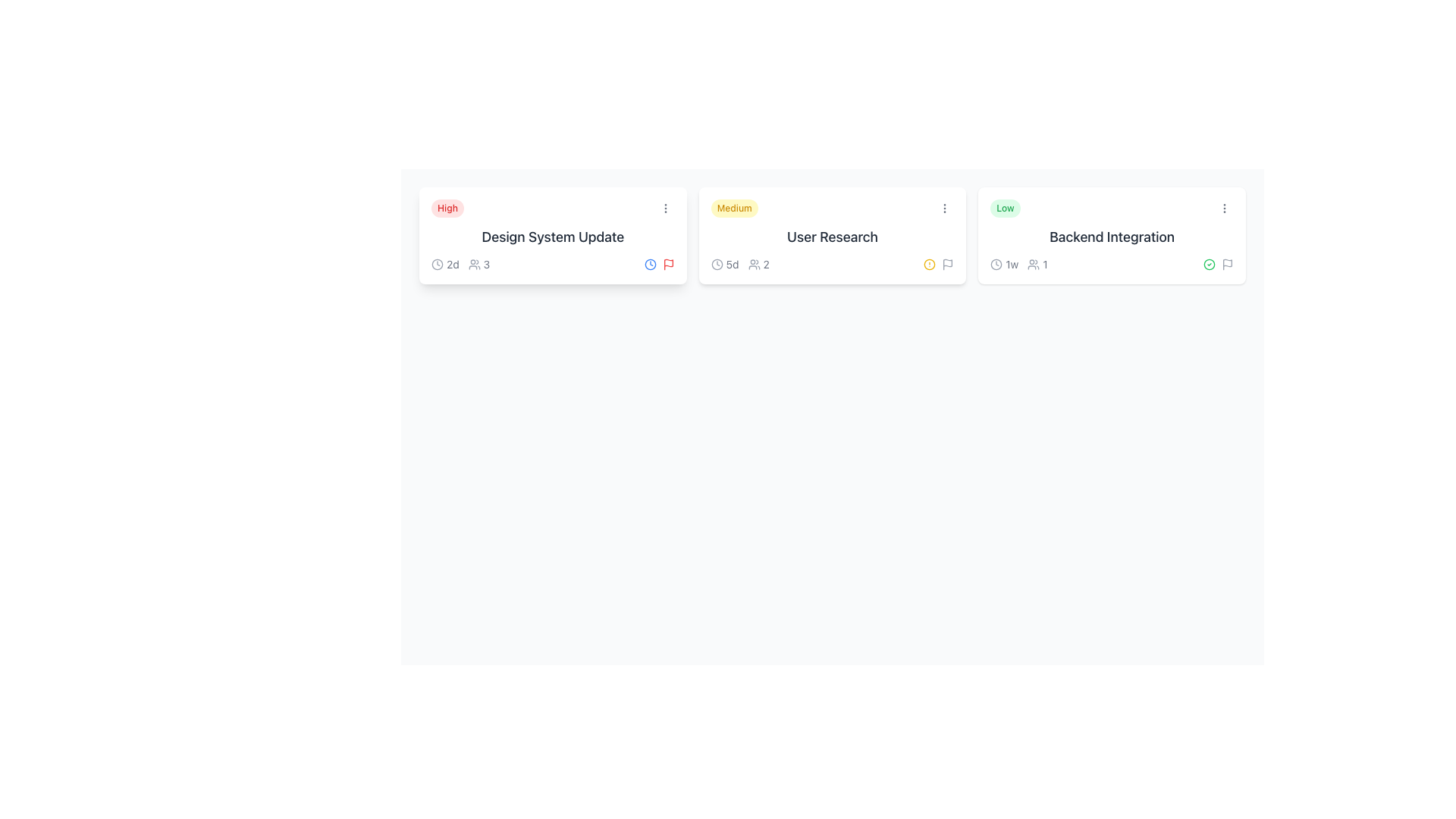  What do you see at coordinates (1019, 263) in the screenshot?
I see `the user count number '1' in the Text and Icon Label Row within the 'Backend Integration' card` at bounding box center [1019, 263].